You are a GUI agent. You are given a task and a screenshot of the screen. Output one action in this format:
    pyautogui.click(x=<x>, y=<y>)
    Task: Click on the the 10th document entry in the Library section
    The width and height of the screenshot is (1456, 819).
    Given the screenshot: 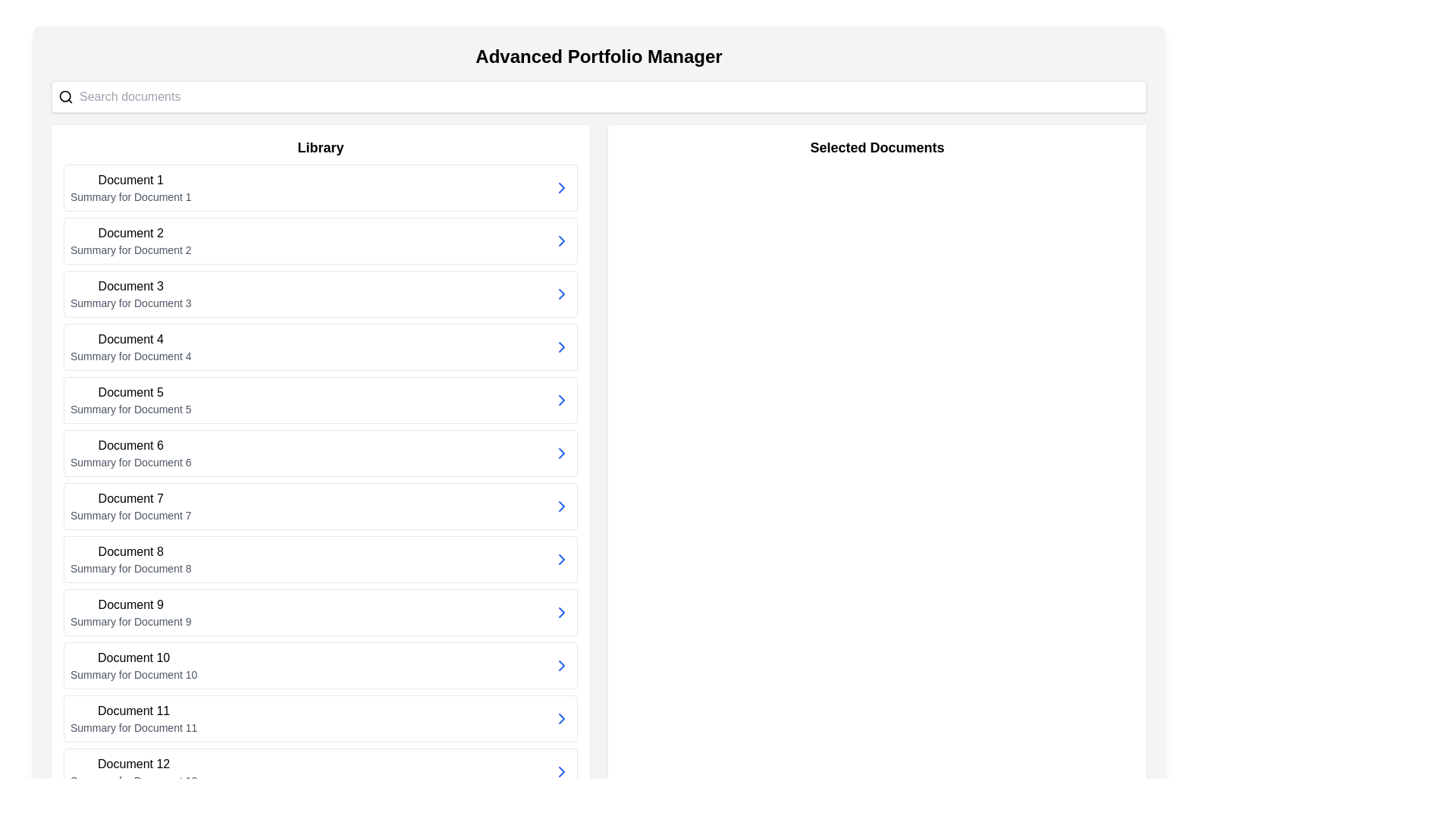 What is the action you would take?
    pyautogui.click(x=319, y=665)
    